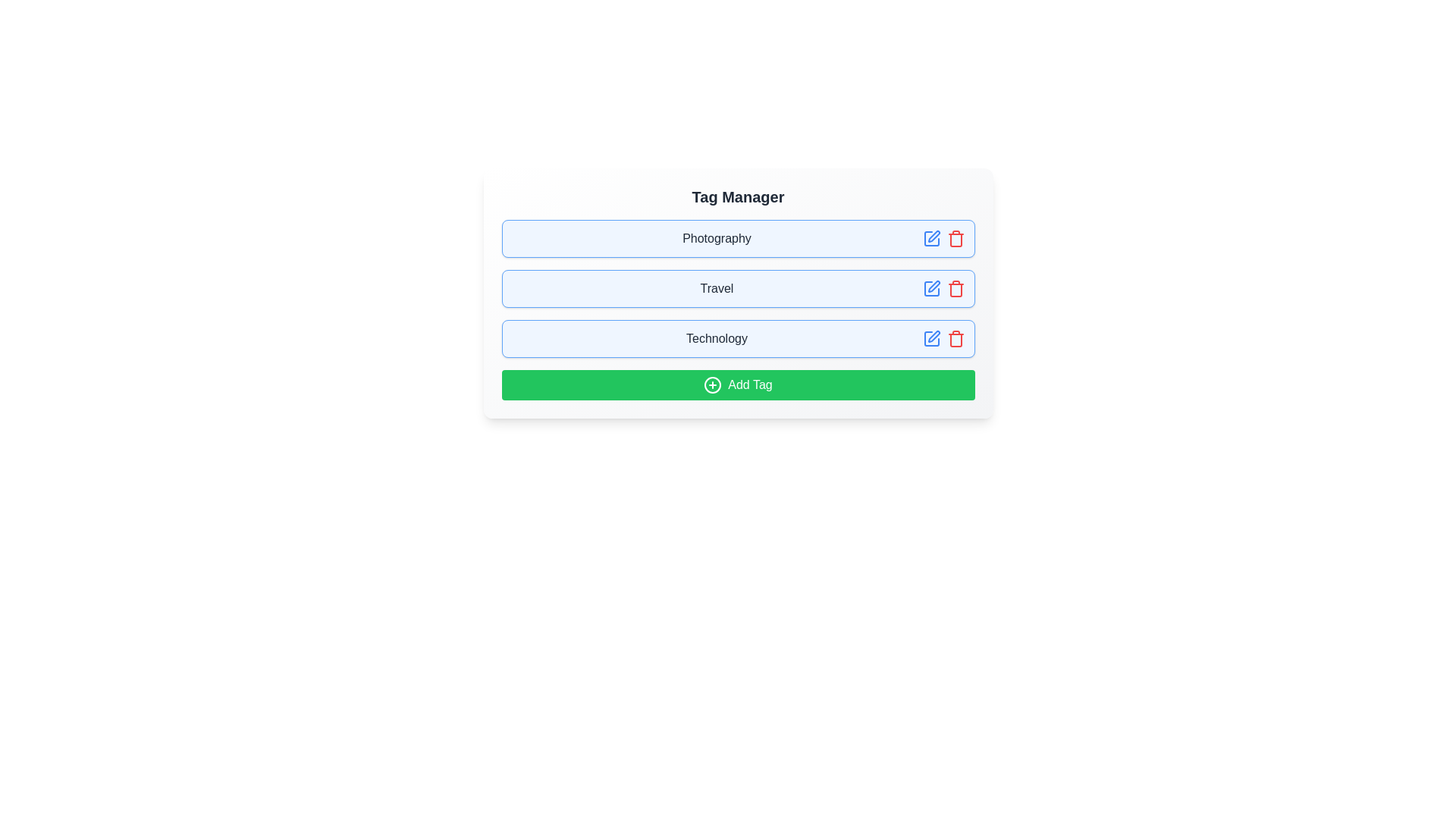 The image size is (1456, 819). What do you see at coordinates (930, 289) in the screenshot?
I see `edit icon for the tag labeled Travel` at bounding box center [930, 289].